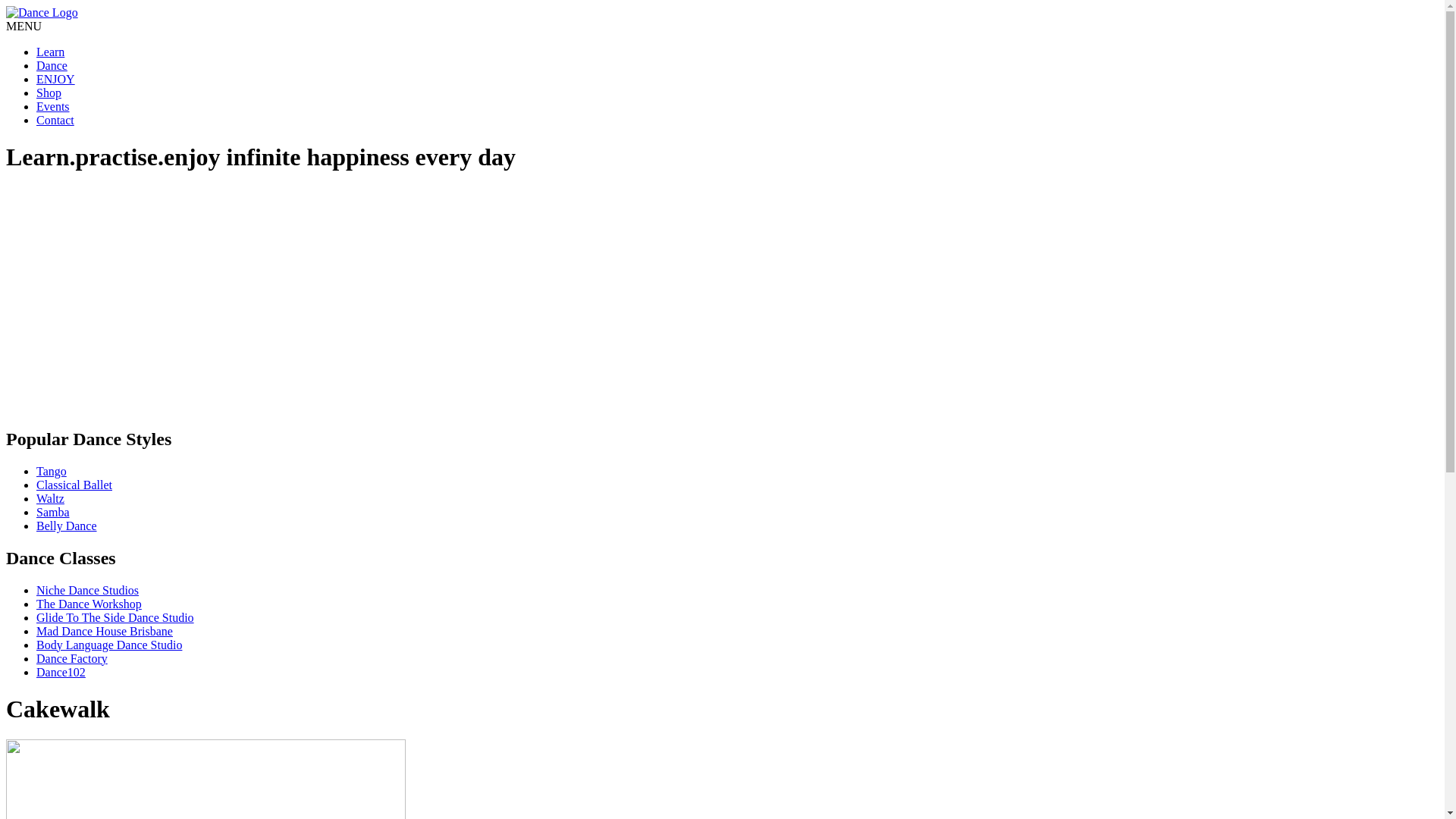 This screenshot has width=1456, height=819. Describe the element at coordinates (36, 671) in the screenshot. I see `'Dance102'` at that location.